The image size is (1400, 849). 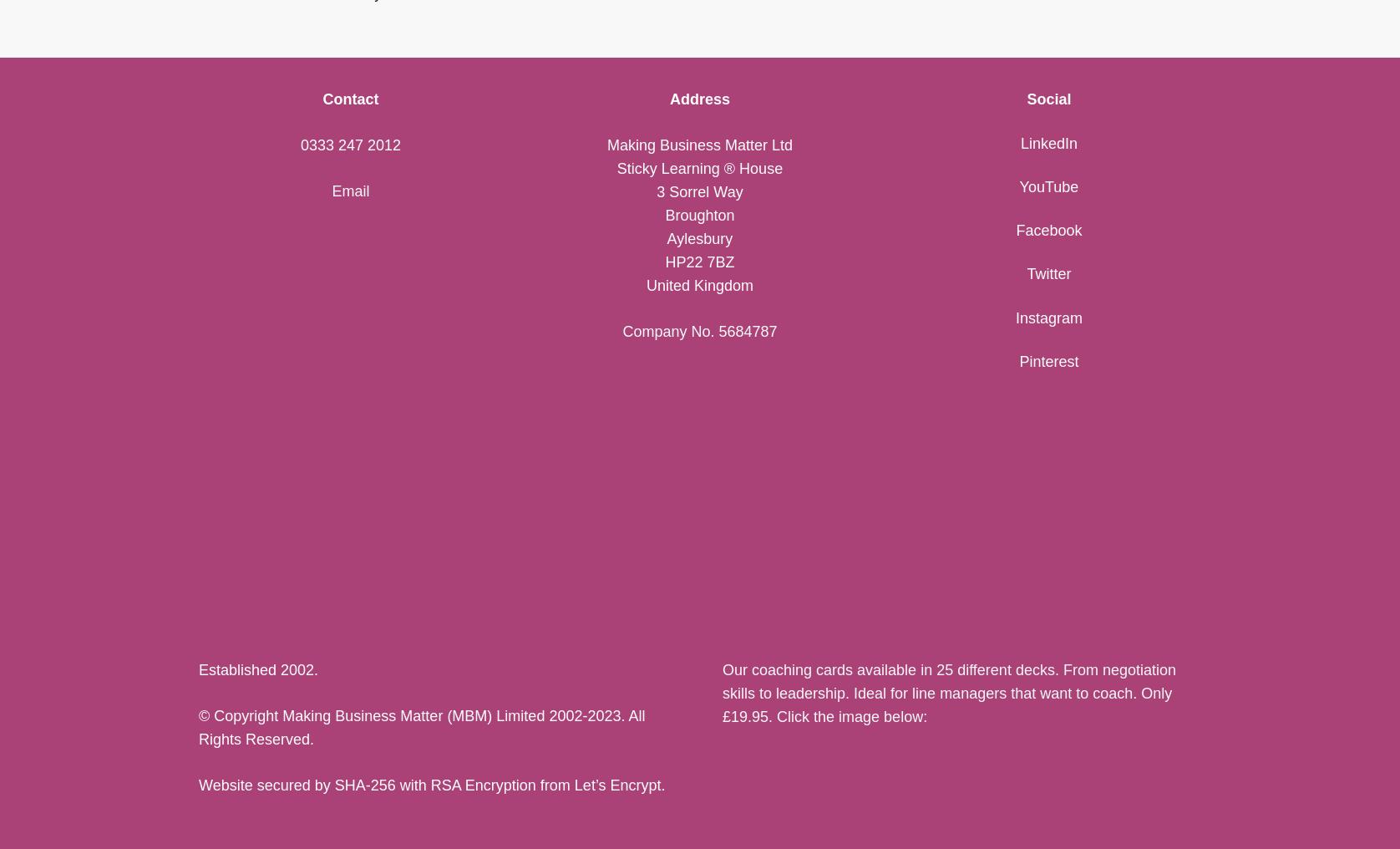 What do you see at coordinates (350, 98) in the screenshot?
I see `'Contact'` at bounding box center [350, 98].